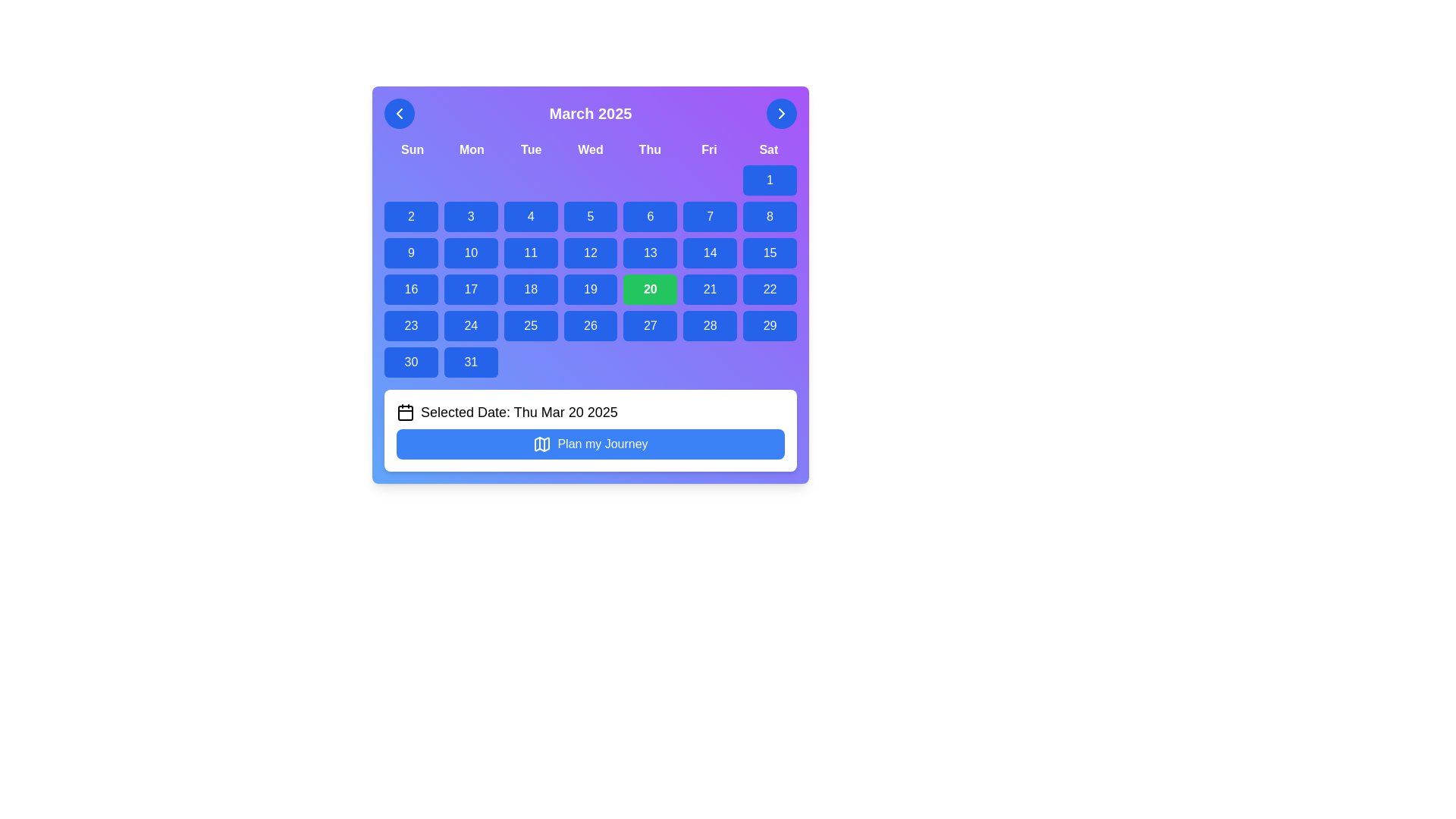  I want to click on the label displaying the currently selected calendar month and year, located at the top of the calendar interface, so click(589, 113).